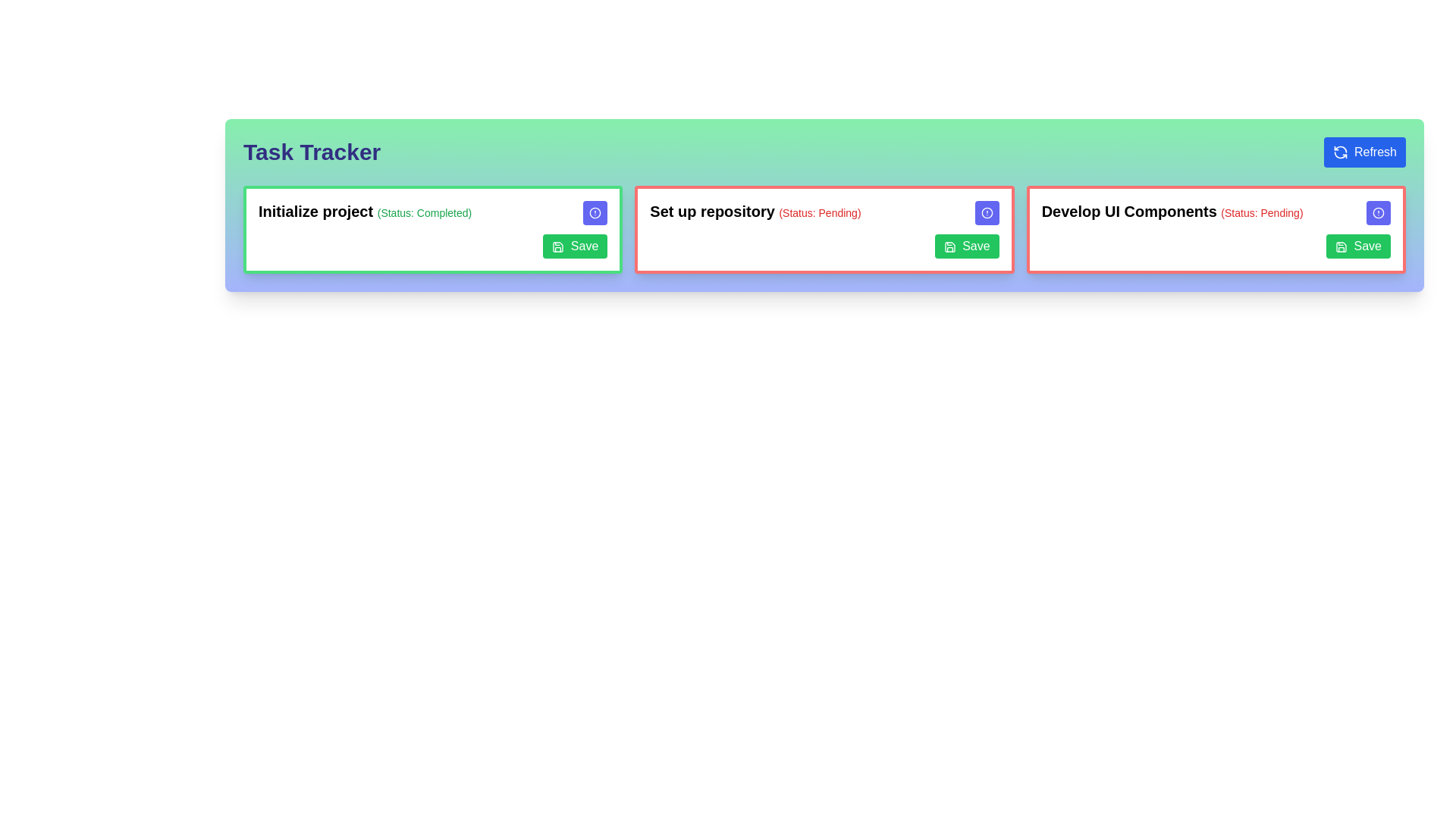 The height and width of the screenshot is (819, 1456). I want to click on the 'Save' button with a green background and white text located at the bottom-right corner of the 'Initialize project' card, so click(574, 245).